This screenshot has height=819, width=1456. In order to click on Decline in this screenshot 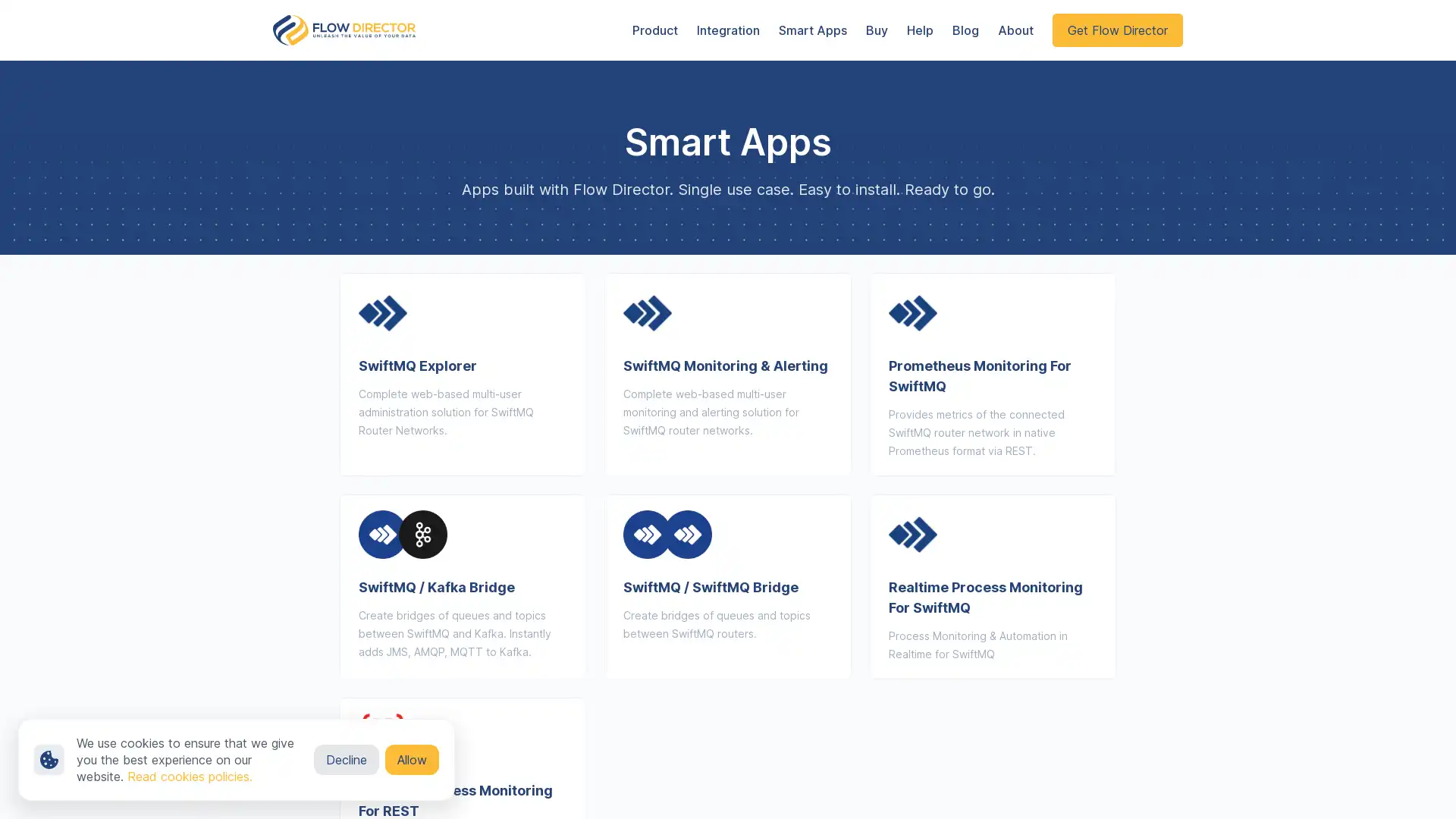, I will do `click(345, 760)`.